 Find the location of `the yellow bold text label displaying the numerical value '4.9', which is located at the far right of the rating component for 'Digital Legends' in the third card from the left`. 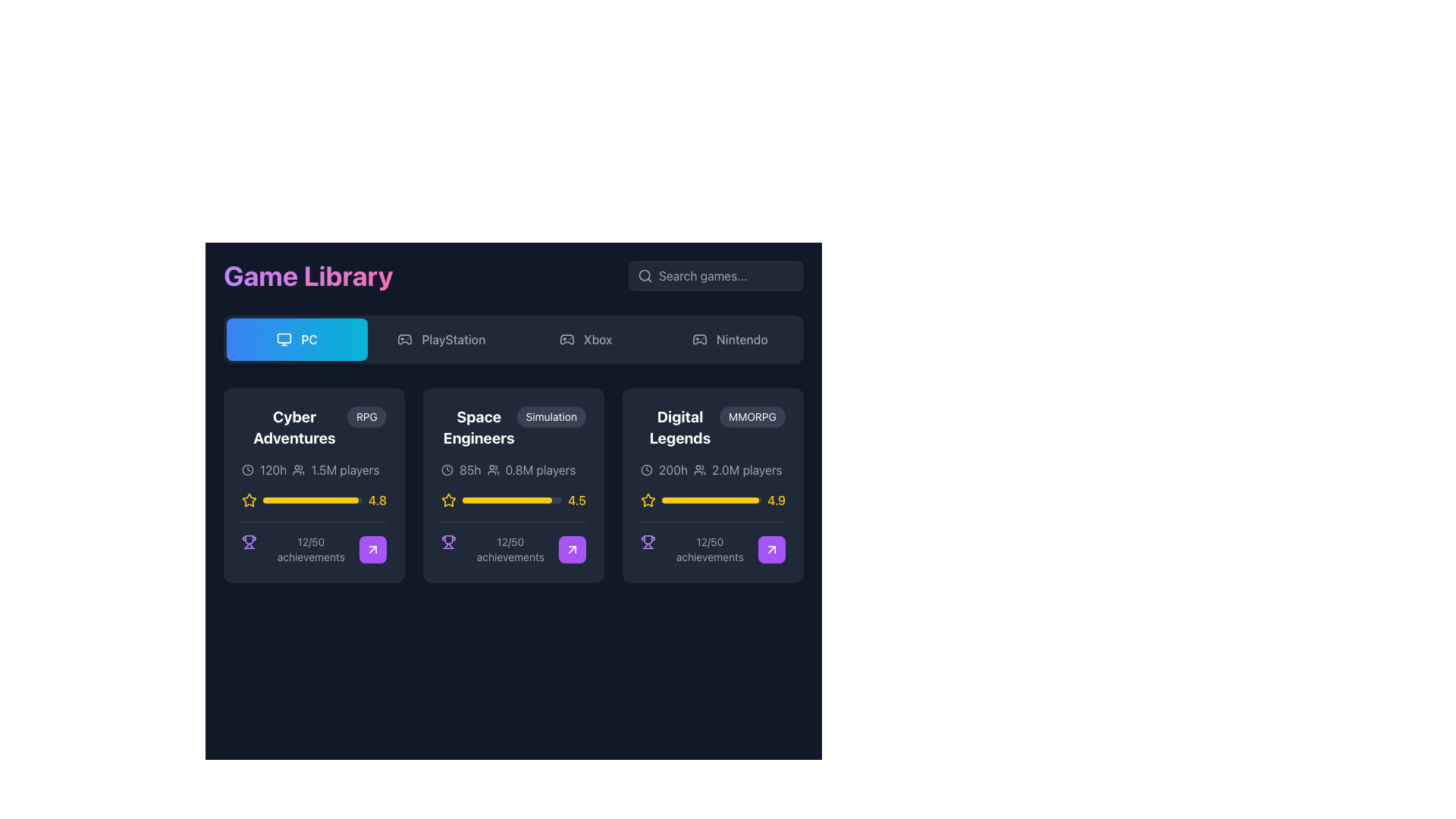

the yellow bold text label displaying the numerical value '4.9', which is located at the far right of the rating component for 'Digital Legends' in the third card from the left is located at coordinates (776, 500).